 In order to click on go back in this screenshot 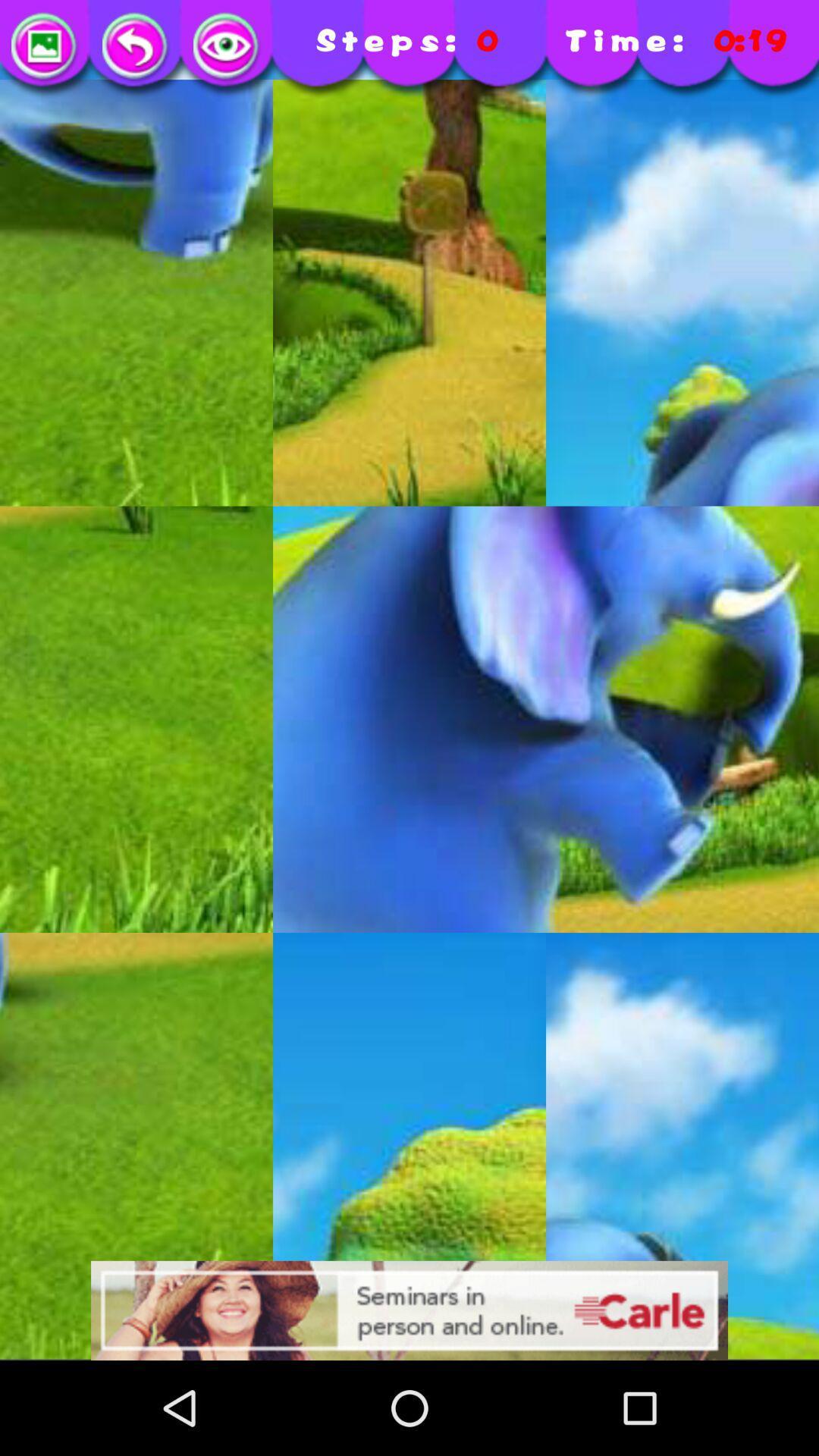, I will do `click(136, 47)`.